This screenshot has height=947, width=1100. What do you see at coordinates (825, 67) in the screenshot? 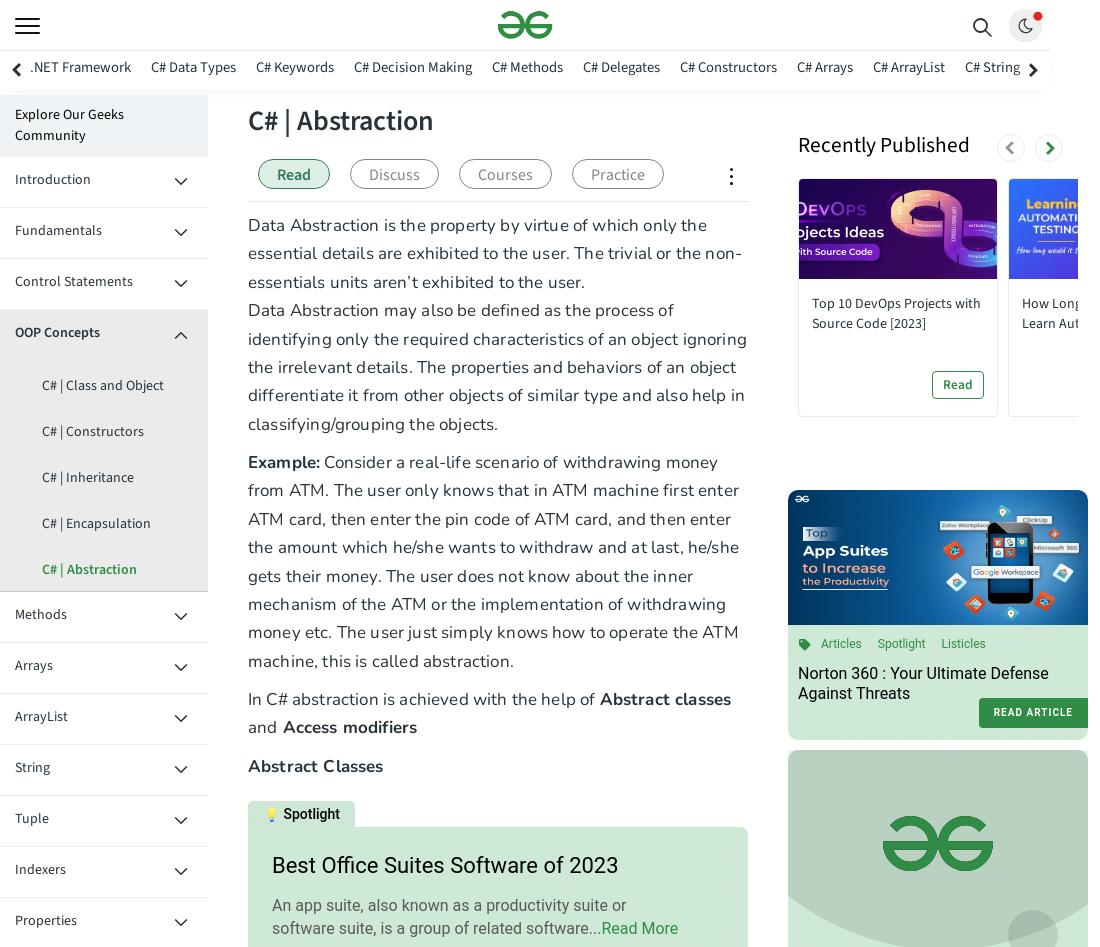
I see `'C# Arrays'` at bounding box center [825, 67].